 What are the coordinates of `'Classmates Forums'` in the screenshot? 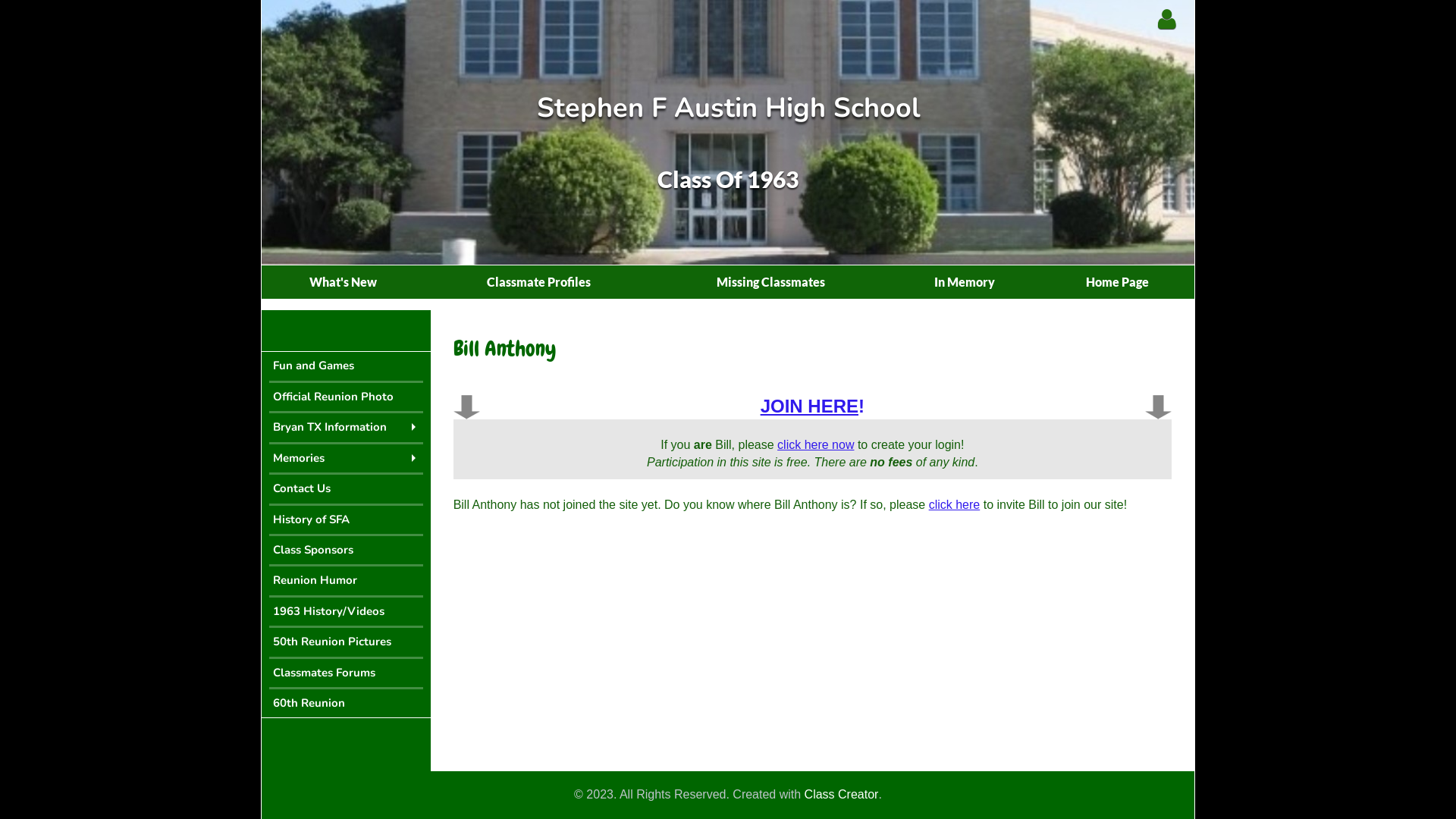 It's located at (269, 672).